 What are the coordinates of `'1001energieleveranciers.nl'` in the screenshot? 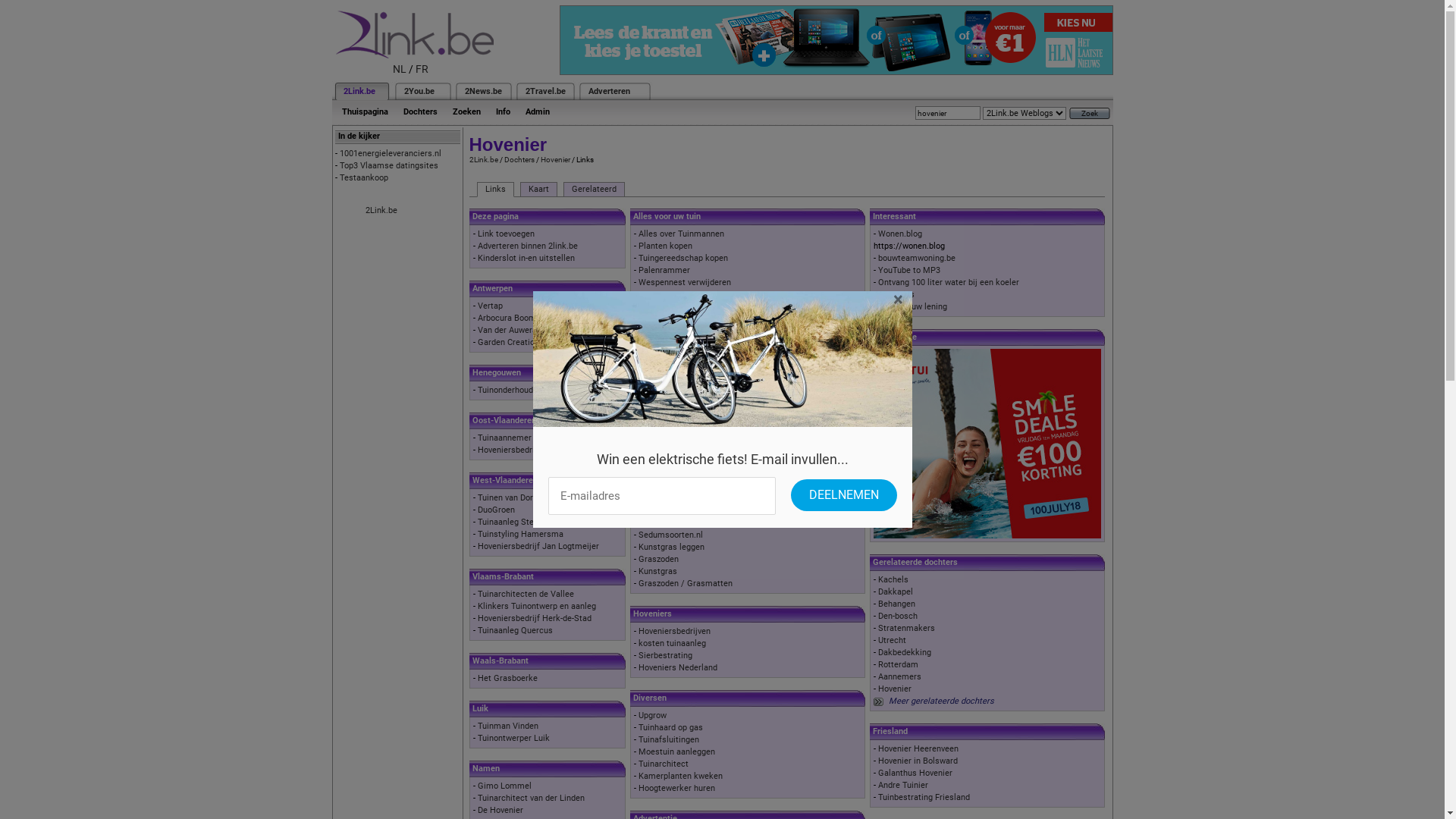 It's located at (338, 153).